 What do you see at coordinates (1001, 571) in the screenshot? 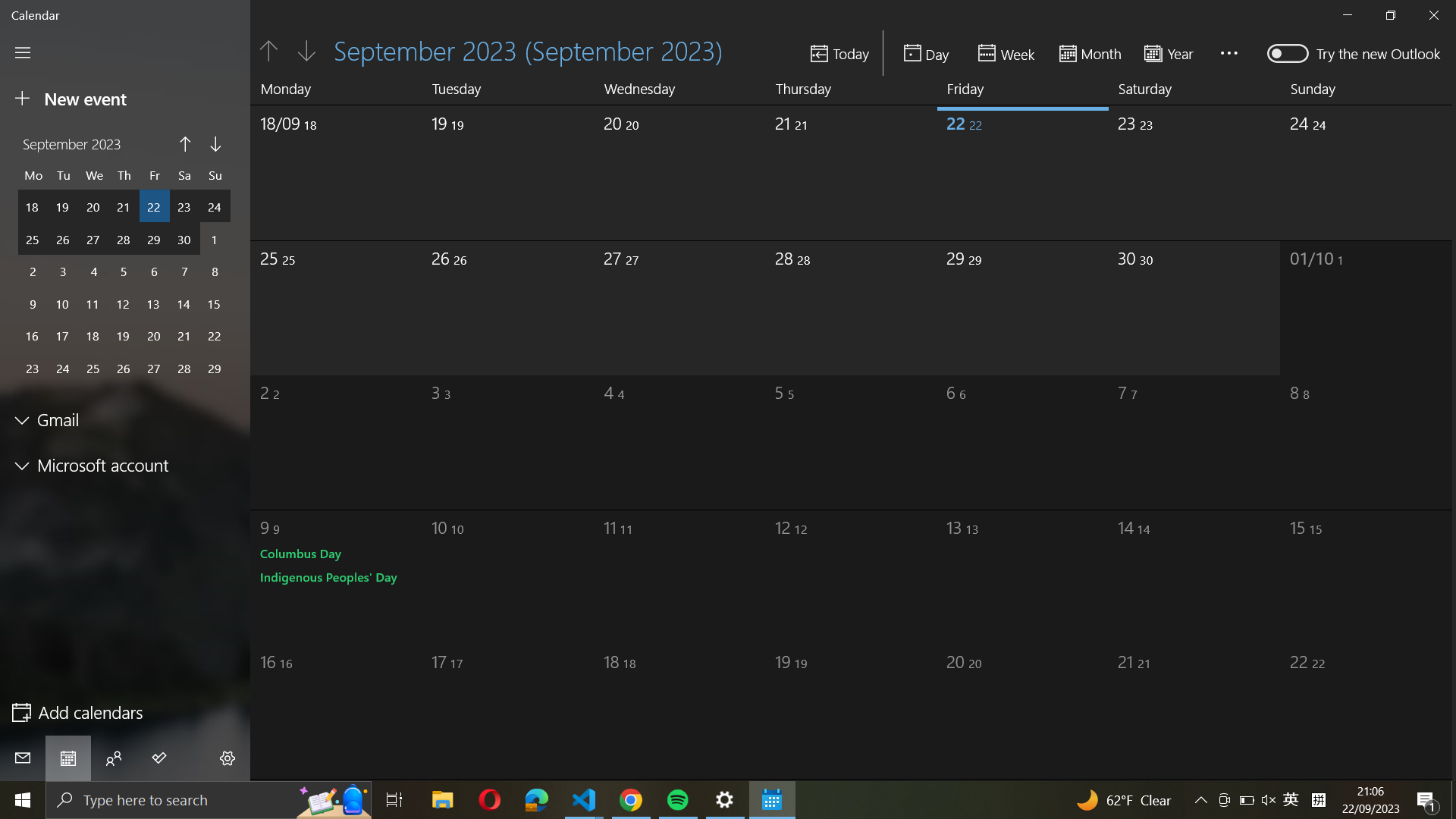
I see `Pick the date October 13th` at bounding box center [1001, 571].